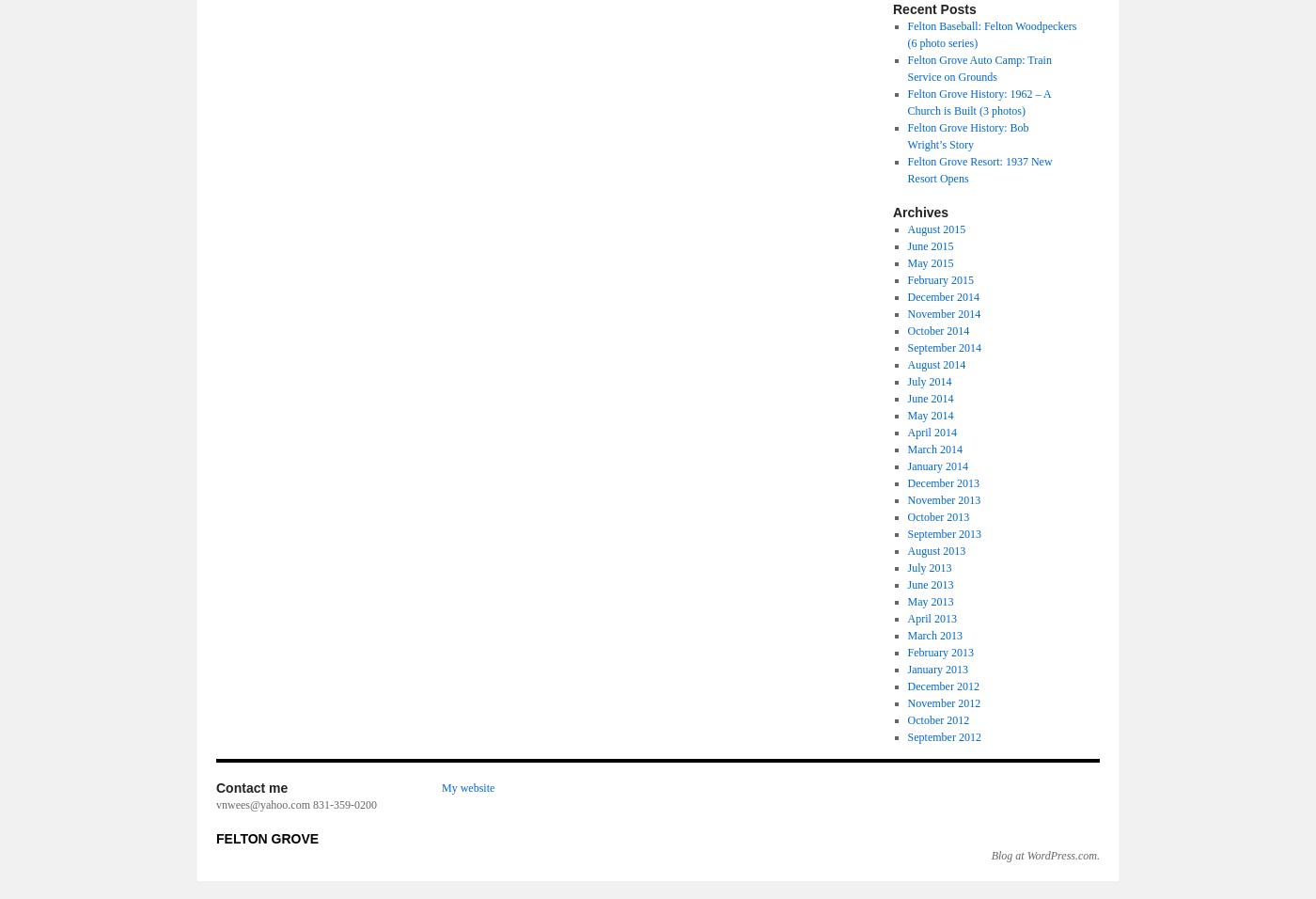 The image size is (1316, 899). I want to click on 'October 2012', so click(938, 719).